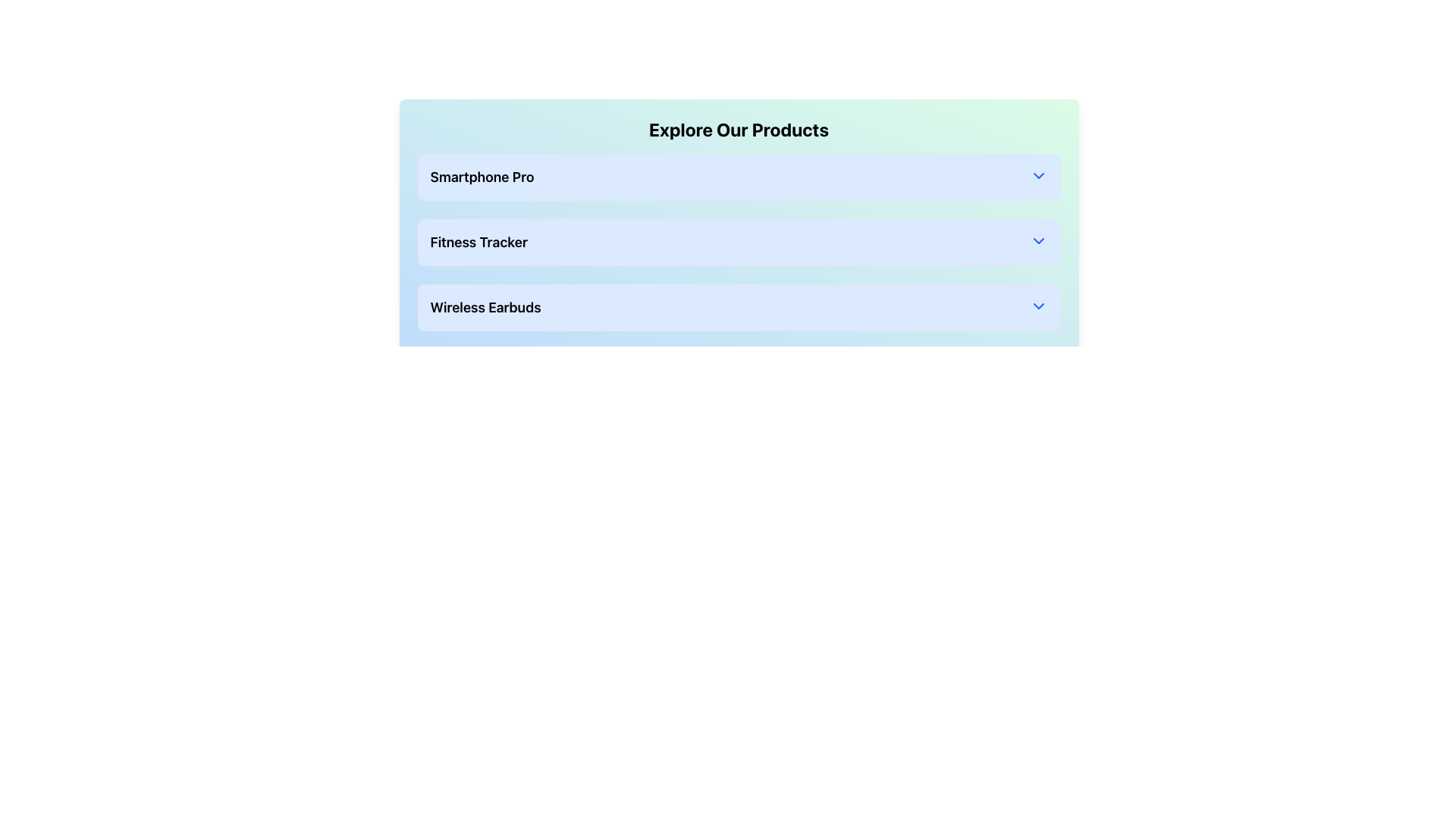 The height and width of the screenshot is (819, 1456). What do you see at coordinates (1037, 306) in the screenshot?
I see `the Icon Button located at the far right of the 'Wireless Earbuds' section to indicate interactivity` at bounding box center [1037, 306].